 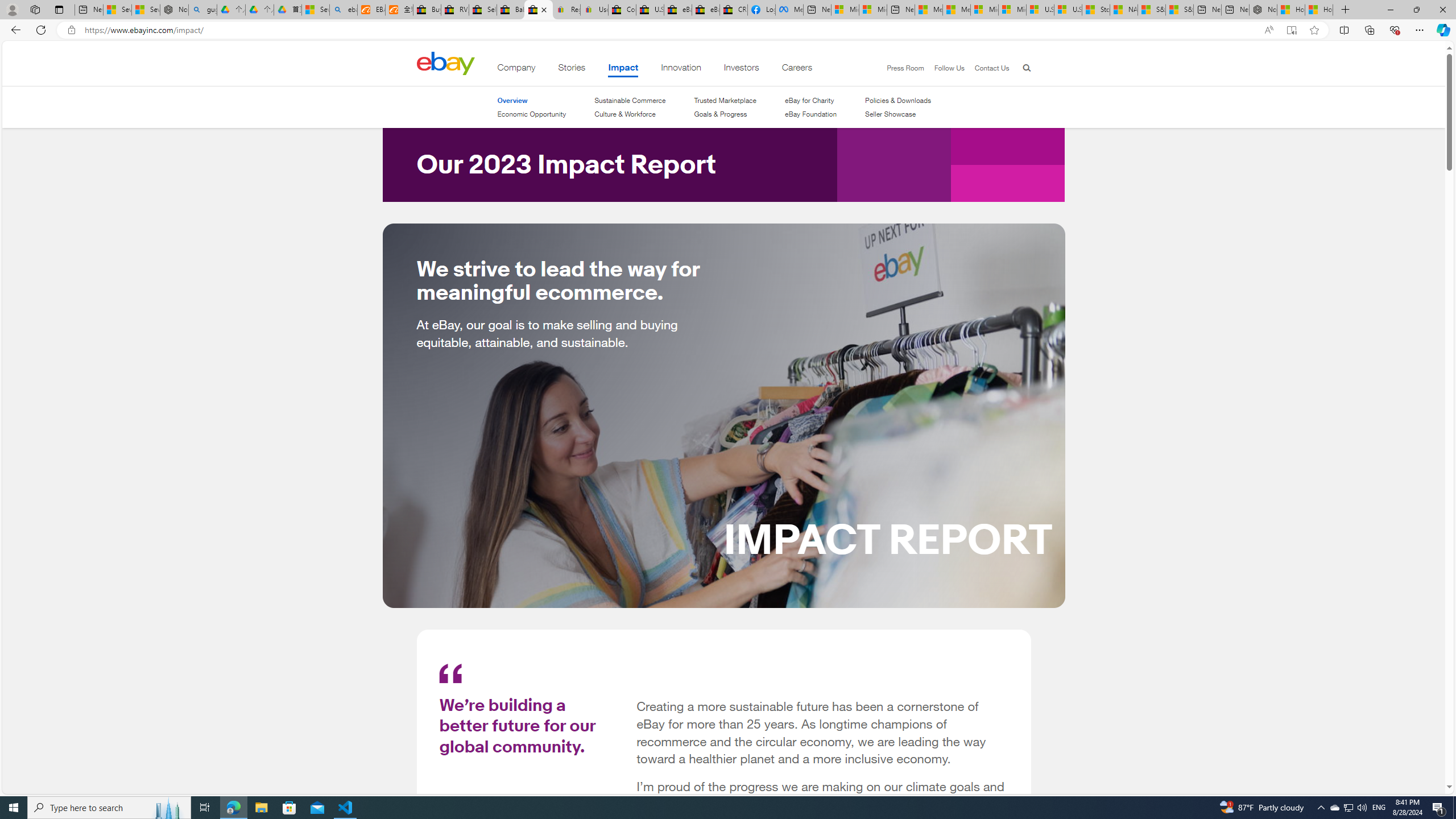 I want to click on 'Careers', so click(x=797, y=69).